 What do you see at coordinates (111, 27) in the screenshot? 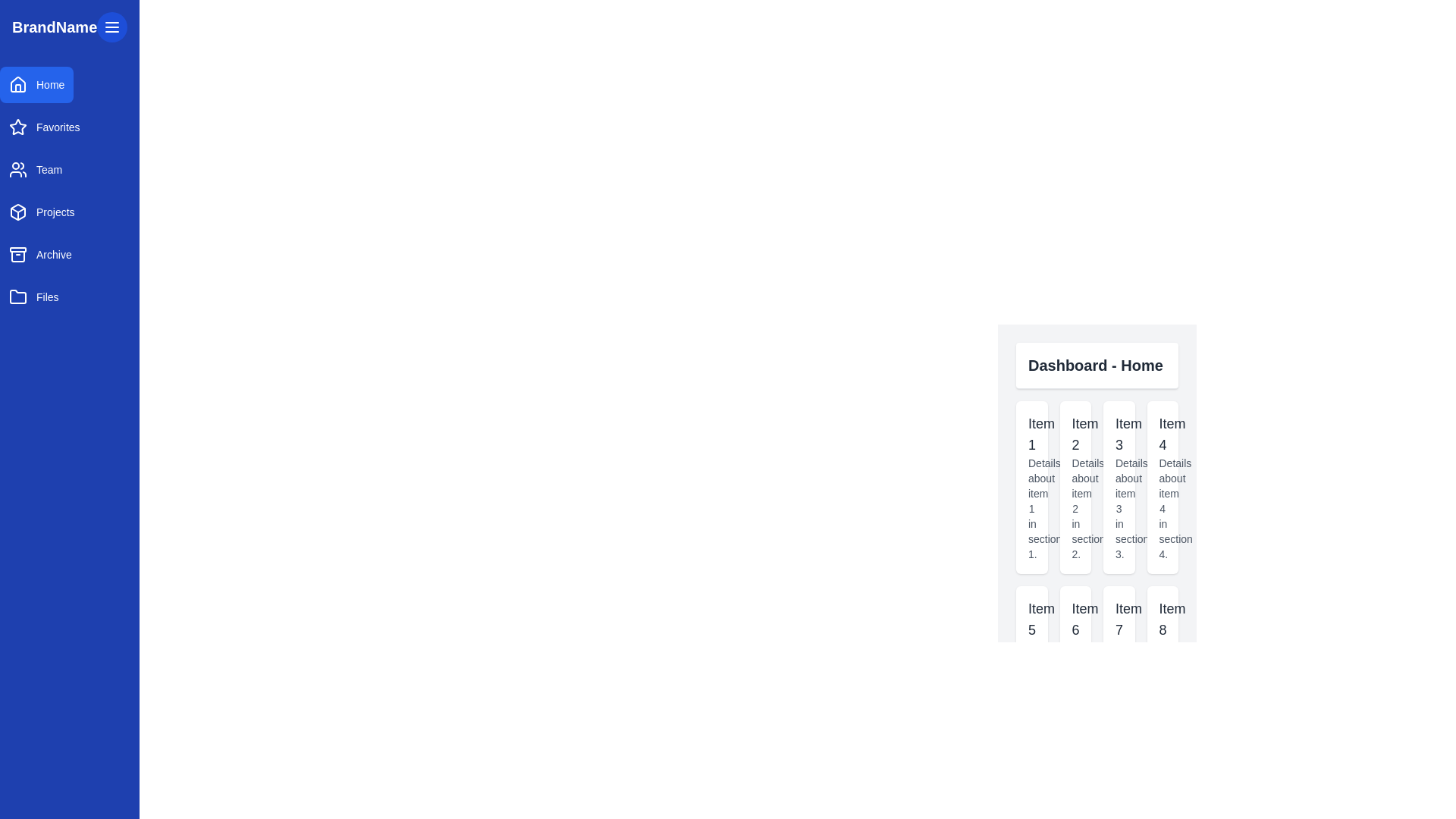
I see `the toggle button located` at bounding box center [111, 27].